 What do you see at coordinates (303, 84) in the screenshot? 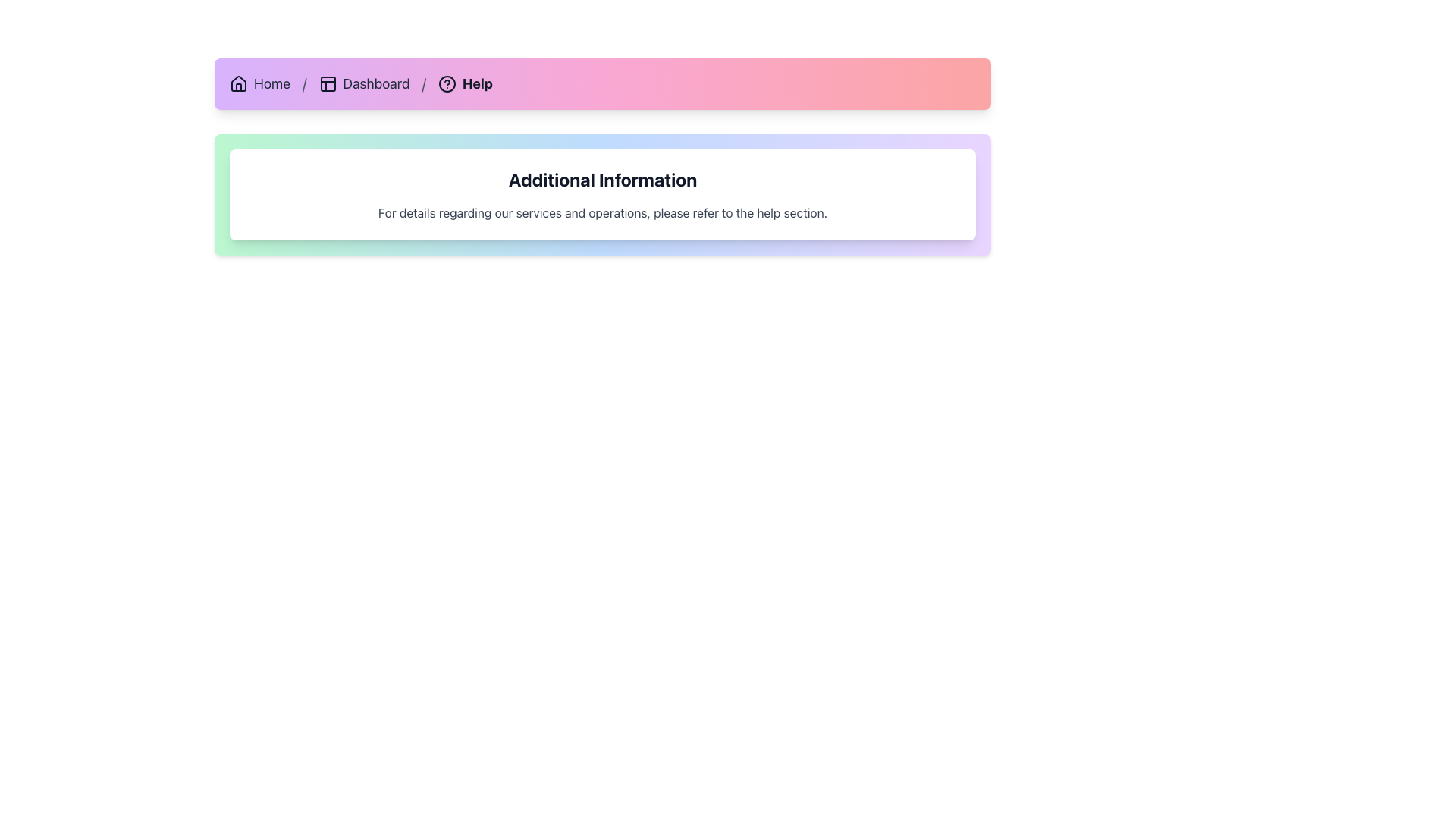
I see `the second forward slash '/' in the breadcrumb navigation bar, which is displayed in gray and positioned between 'Home' and 'Dashboard'` at bounding box center [303, 84].